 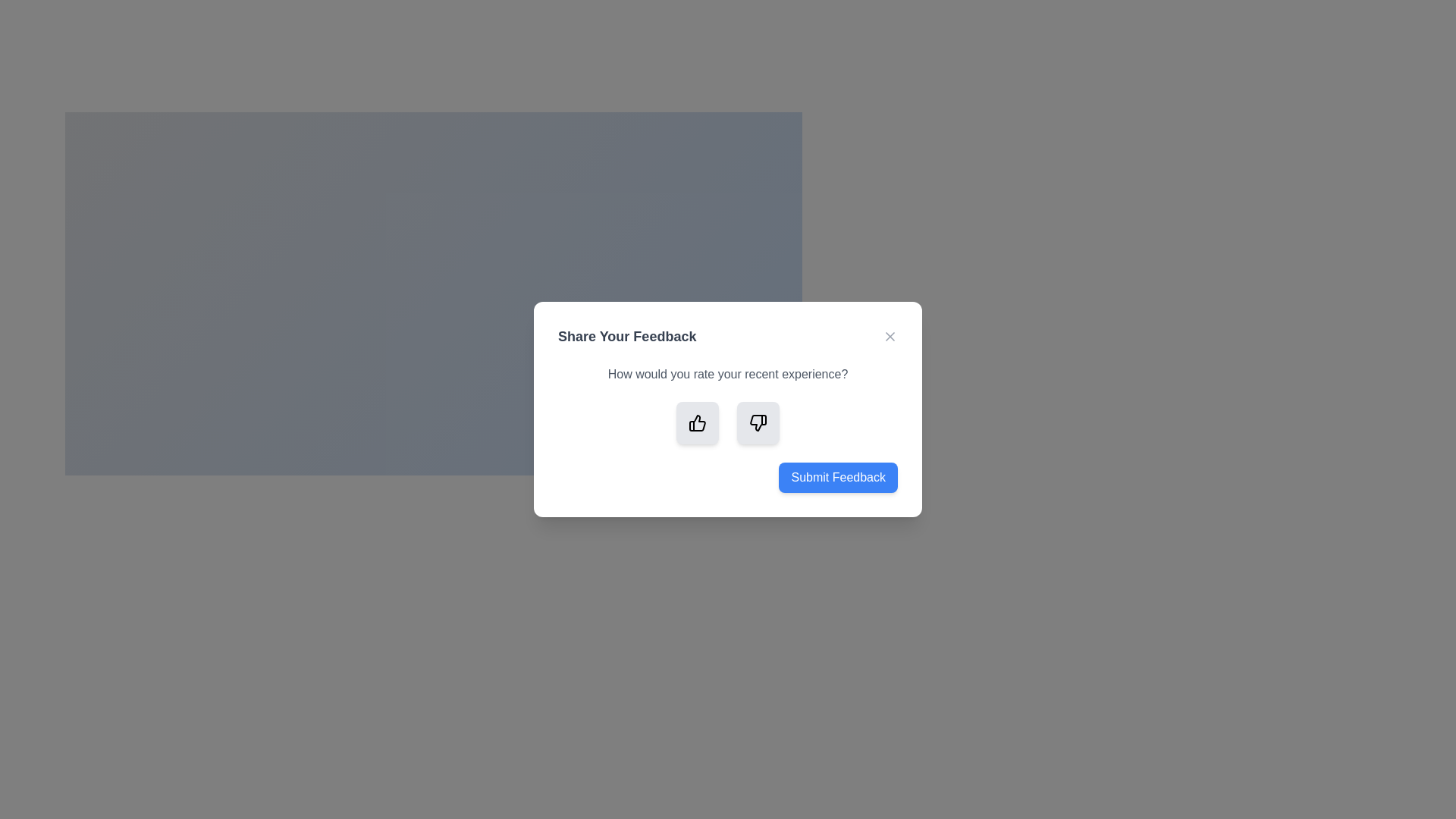 I want to click on the thumbs-down icon button, which is the second icon in a horizontal layout within a feedback modal, to register negative feedback, so click(x=758, y=423).